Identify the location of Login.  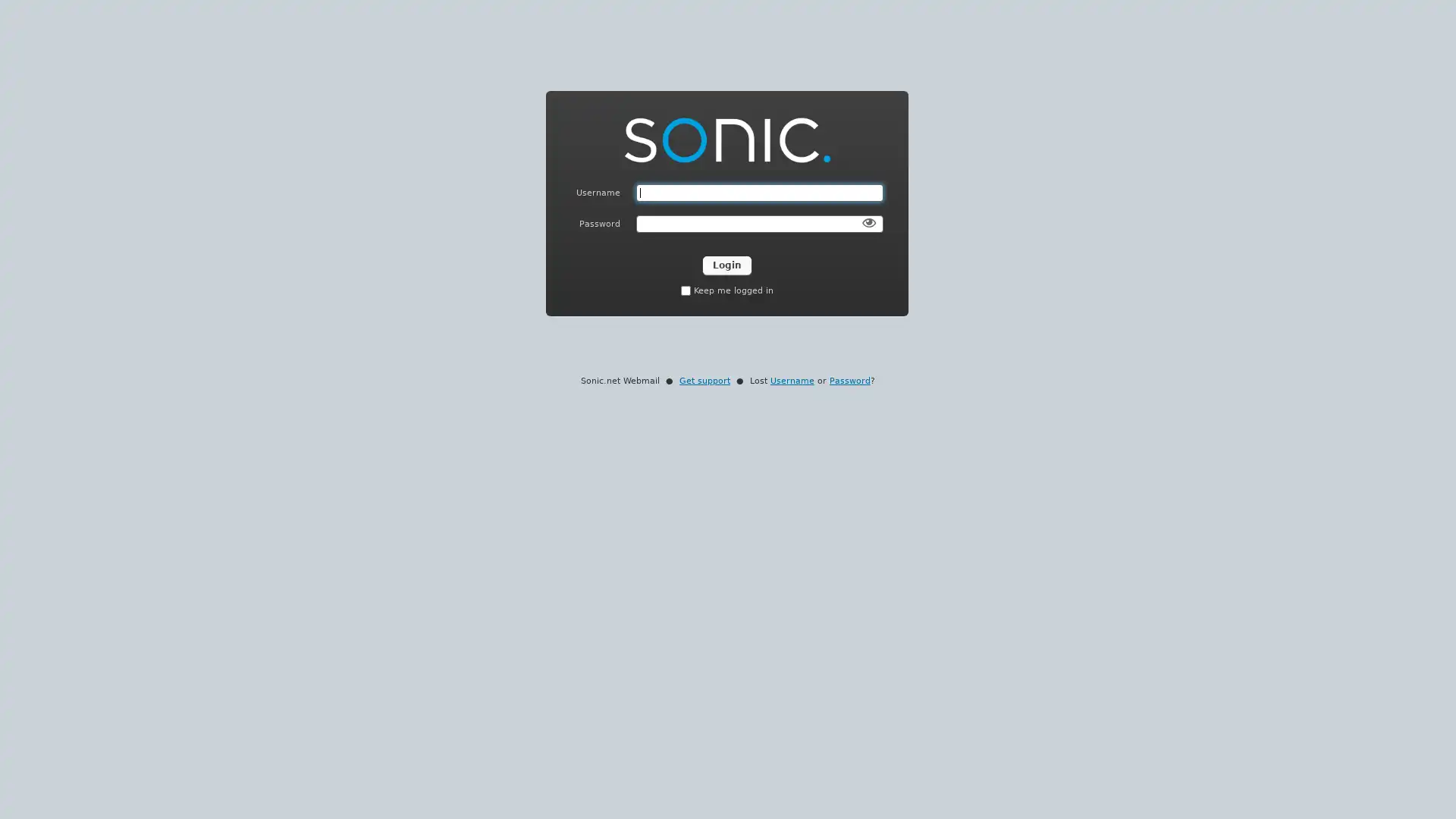
(726, 265).